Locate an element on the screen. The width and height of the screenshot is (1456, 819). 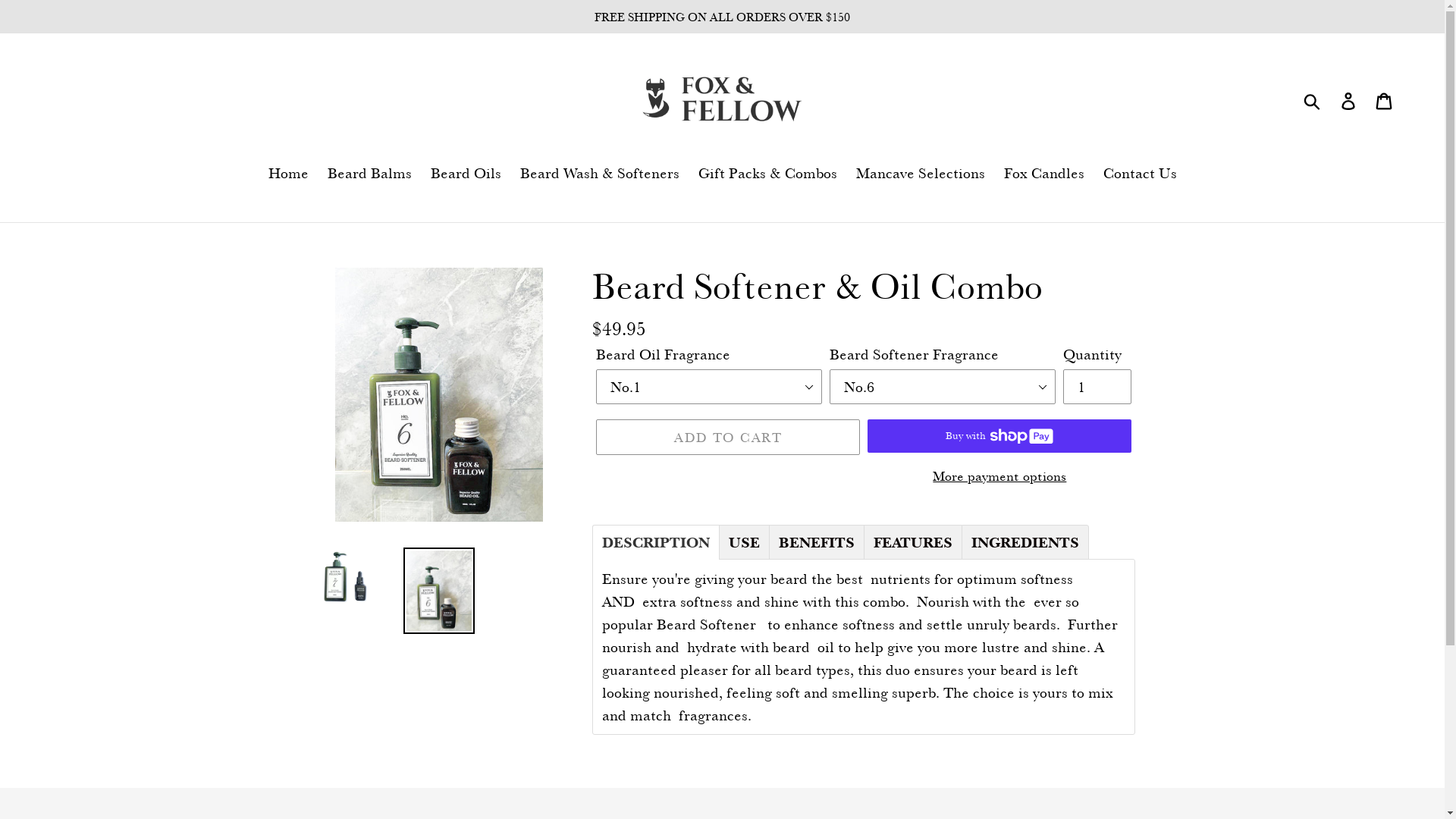
'Beard Balms' is located at coordinates (369, 173).